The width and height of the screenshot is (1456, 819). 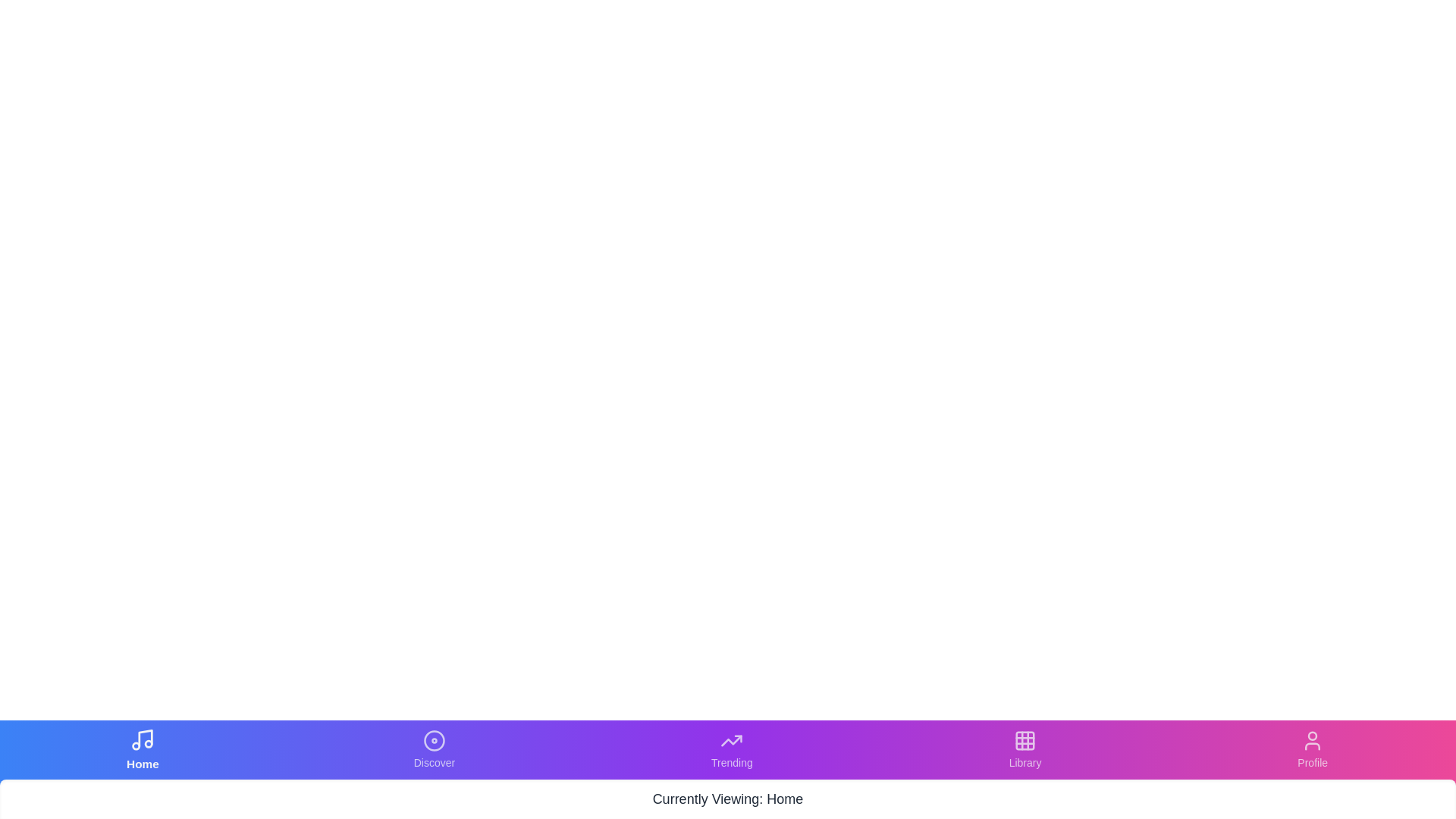 What do you see at coordinates (433, 748) in the screenshot?
I see `the Discover tab to navigate to it` at bounding box center [433, 748].